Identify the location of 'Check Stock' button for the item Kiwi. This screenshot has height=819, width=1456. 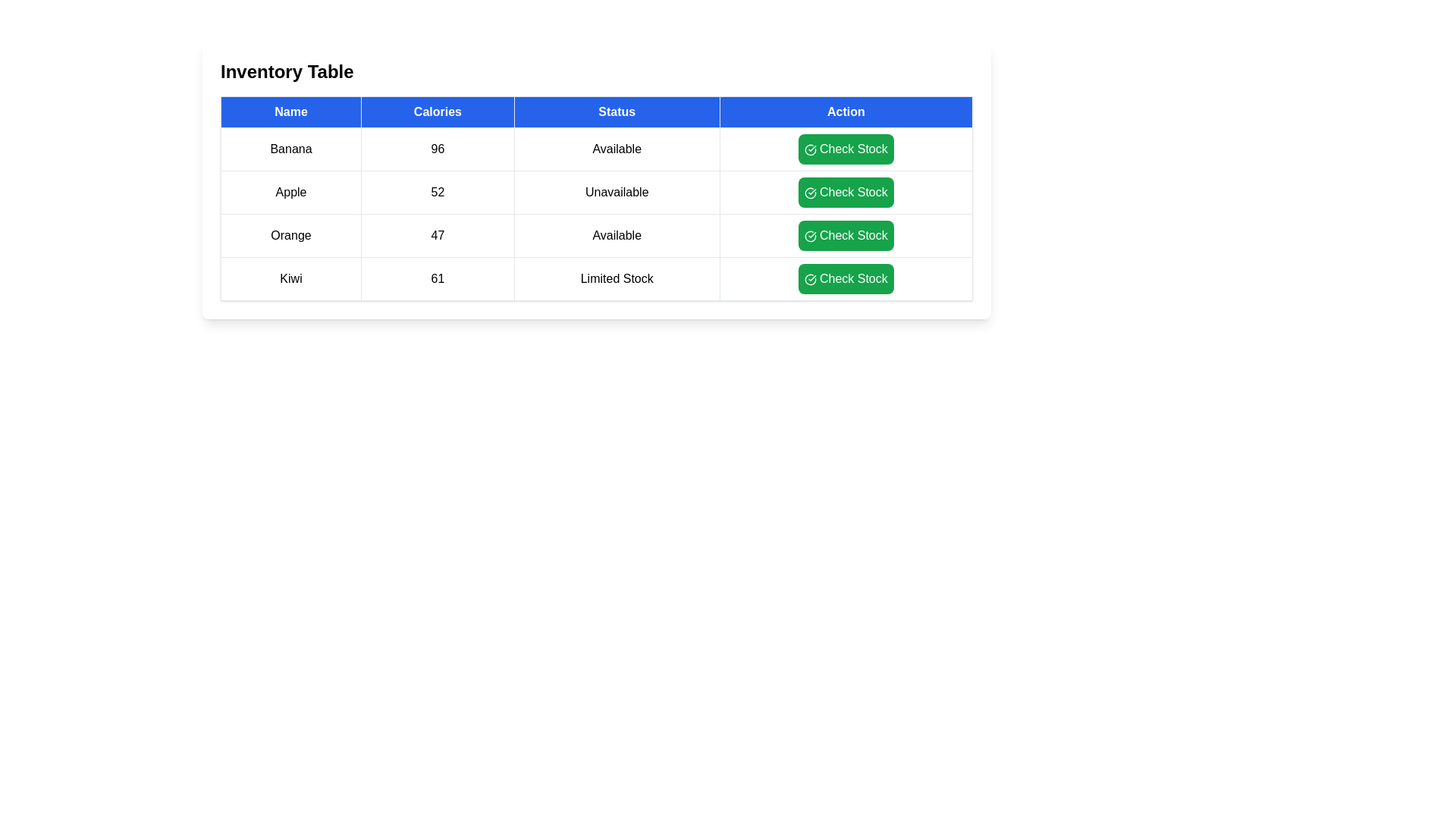
(845, 278).